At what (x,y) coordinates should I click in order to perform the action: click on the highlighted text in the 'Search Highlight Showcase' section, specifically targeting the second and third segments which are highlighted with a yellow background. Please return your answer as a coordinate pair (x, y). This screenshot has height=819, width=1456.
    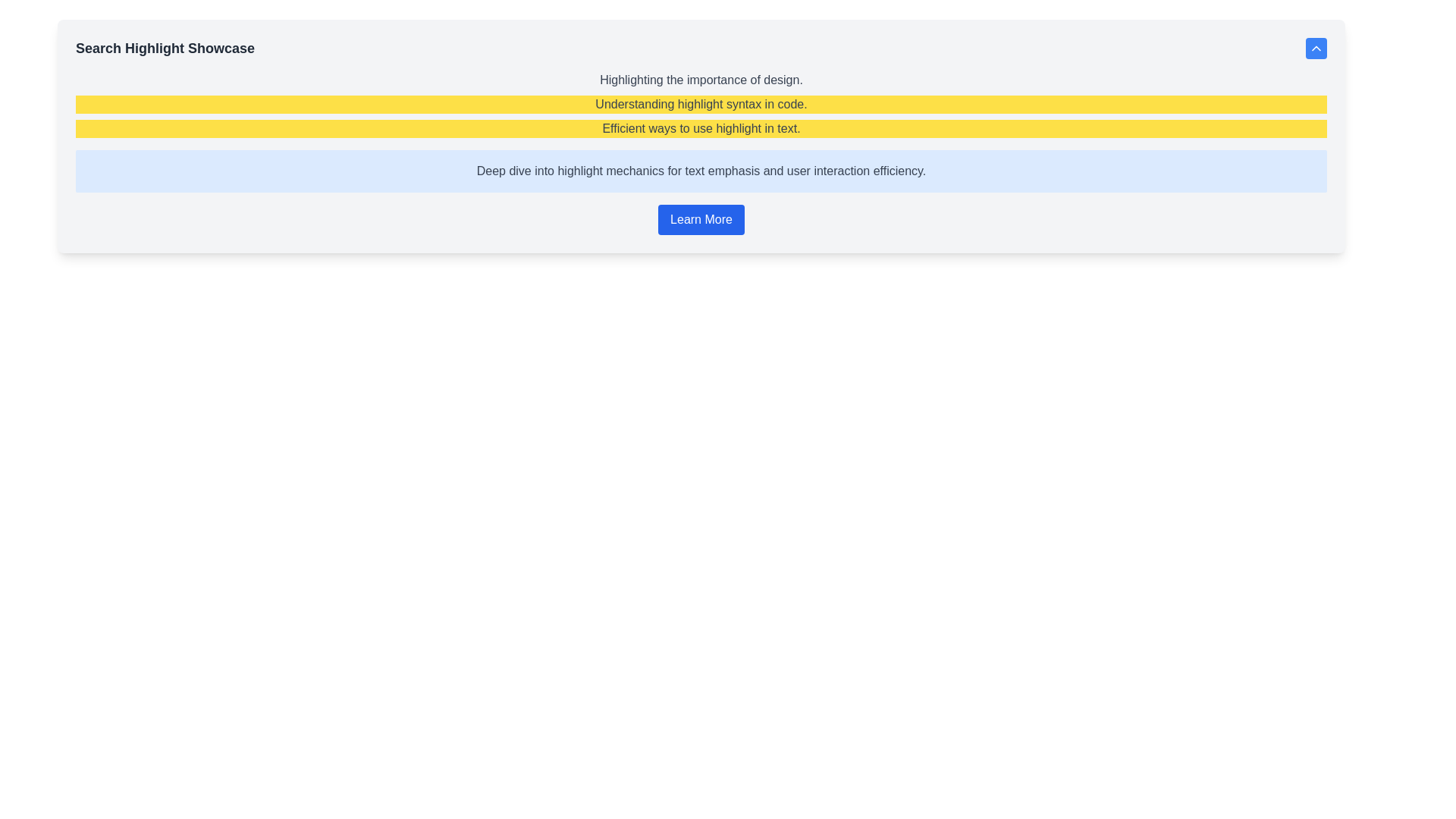
    Looking at the image, I should click on (701, 104).